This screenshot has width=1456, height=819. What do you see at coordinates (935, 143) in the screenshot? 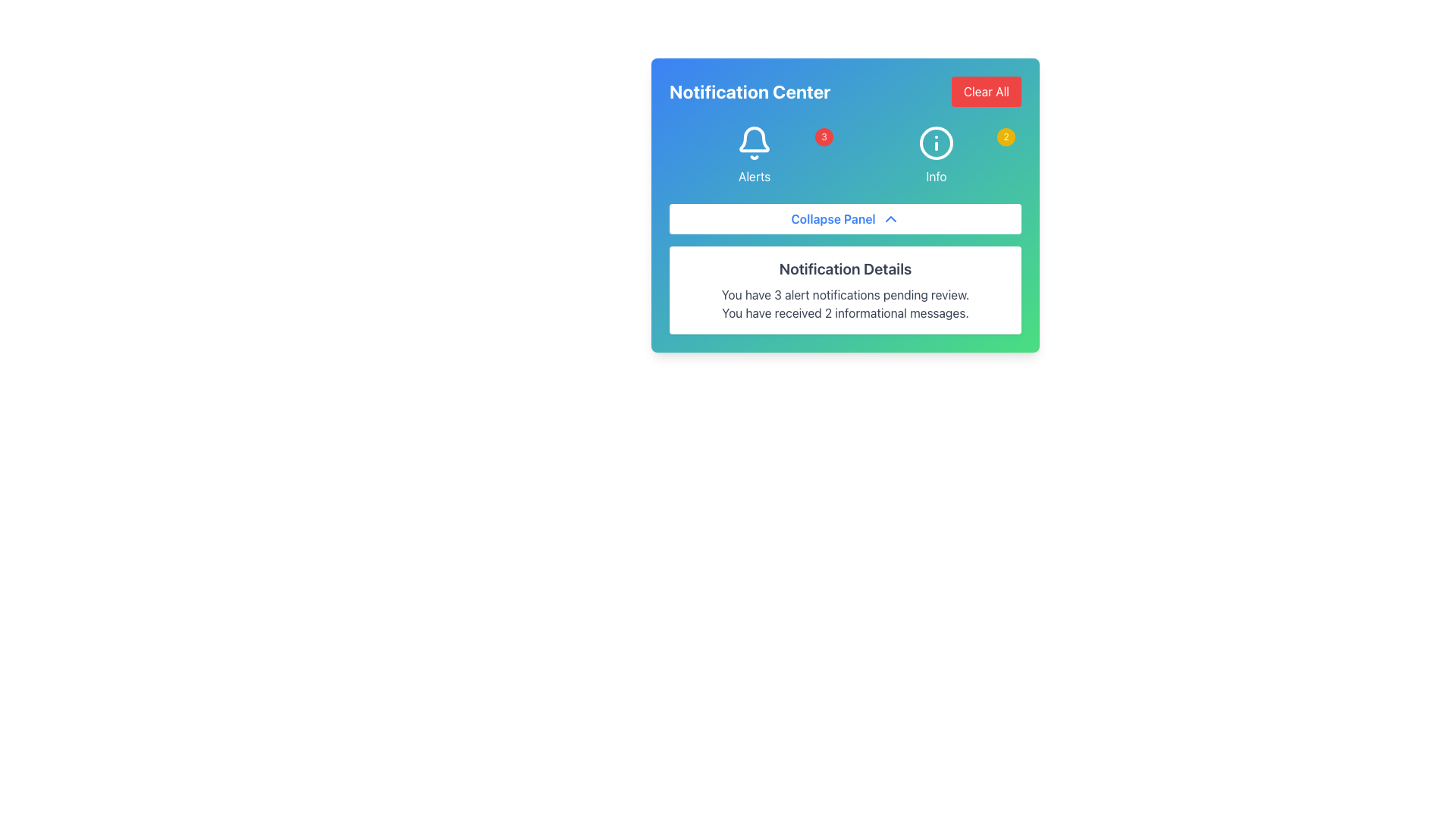
I see `the circular icon with an outlined circle containing the letter 'i' located in the notification panel at the top-right region, which is the second icon from the left` at bounding box center [935, 143].